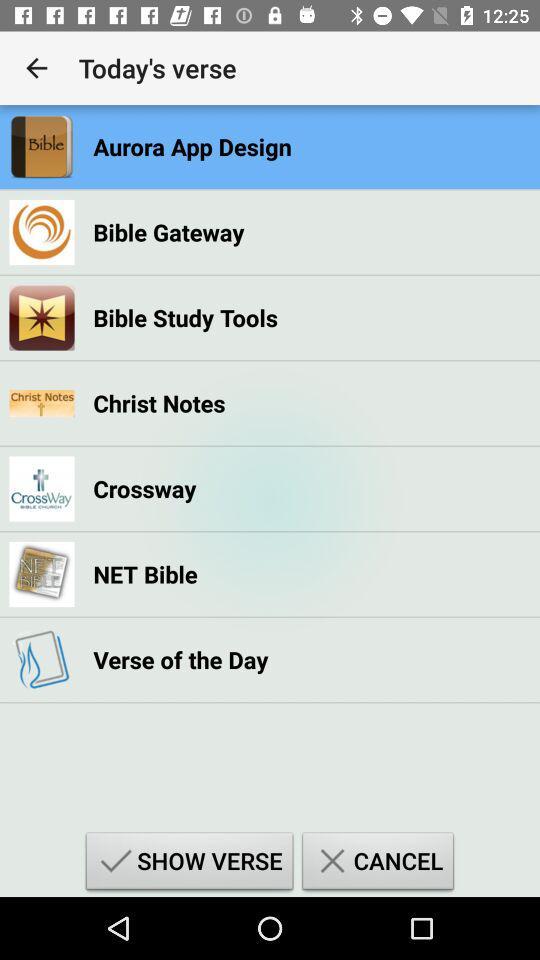 Image resolution: width=540 pixels, height=960 pixels. Describe the element at coordinates (143, 487) in the screenshot. I see `crossway` at that location.